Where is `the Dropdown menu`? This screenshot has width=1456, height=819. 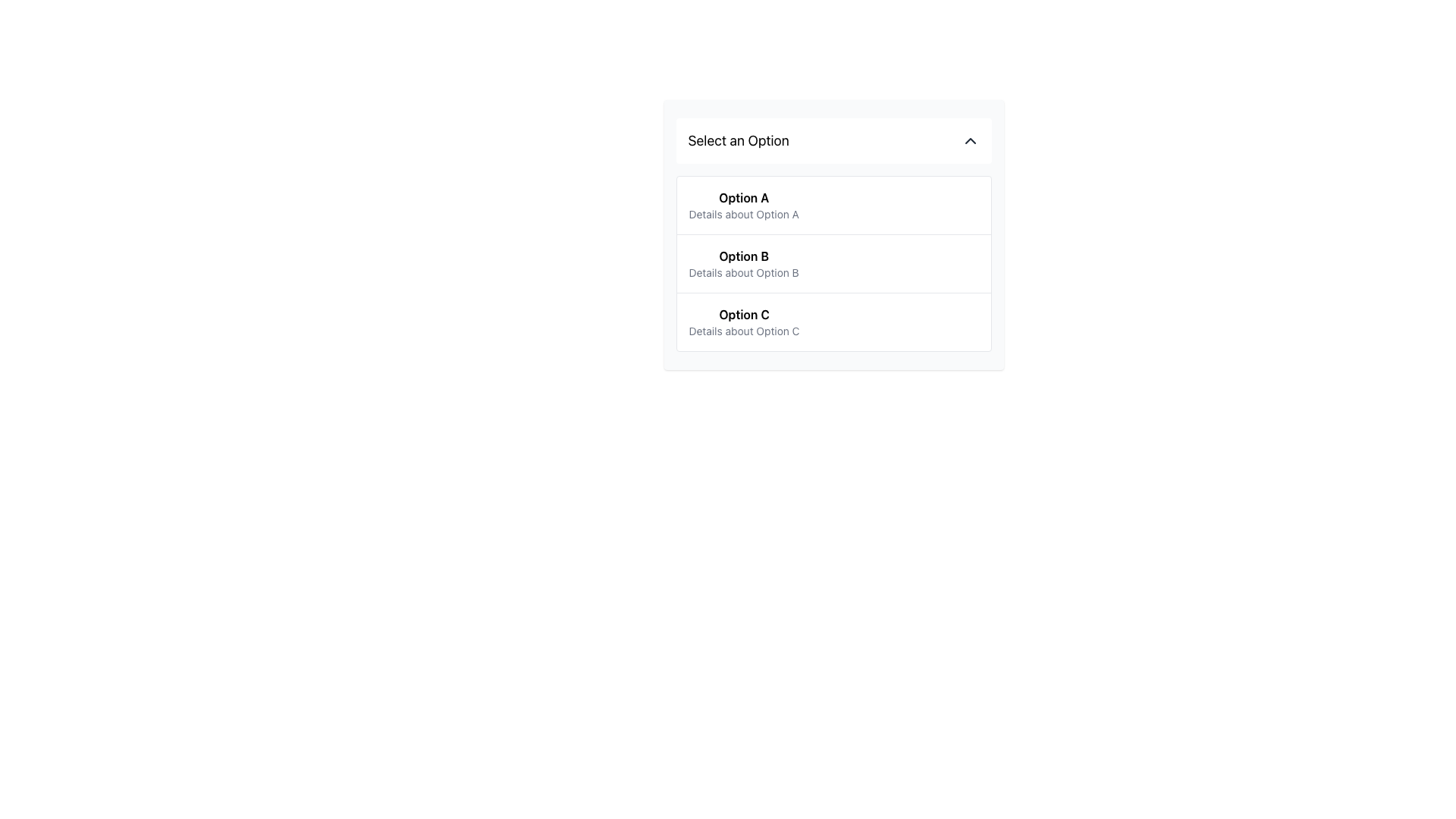 the Dropdown menu is located at coordinates (833, 234).